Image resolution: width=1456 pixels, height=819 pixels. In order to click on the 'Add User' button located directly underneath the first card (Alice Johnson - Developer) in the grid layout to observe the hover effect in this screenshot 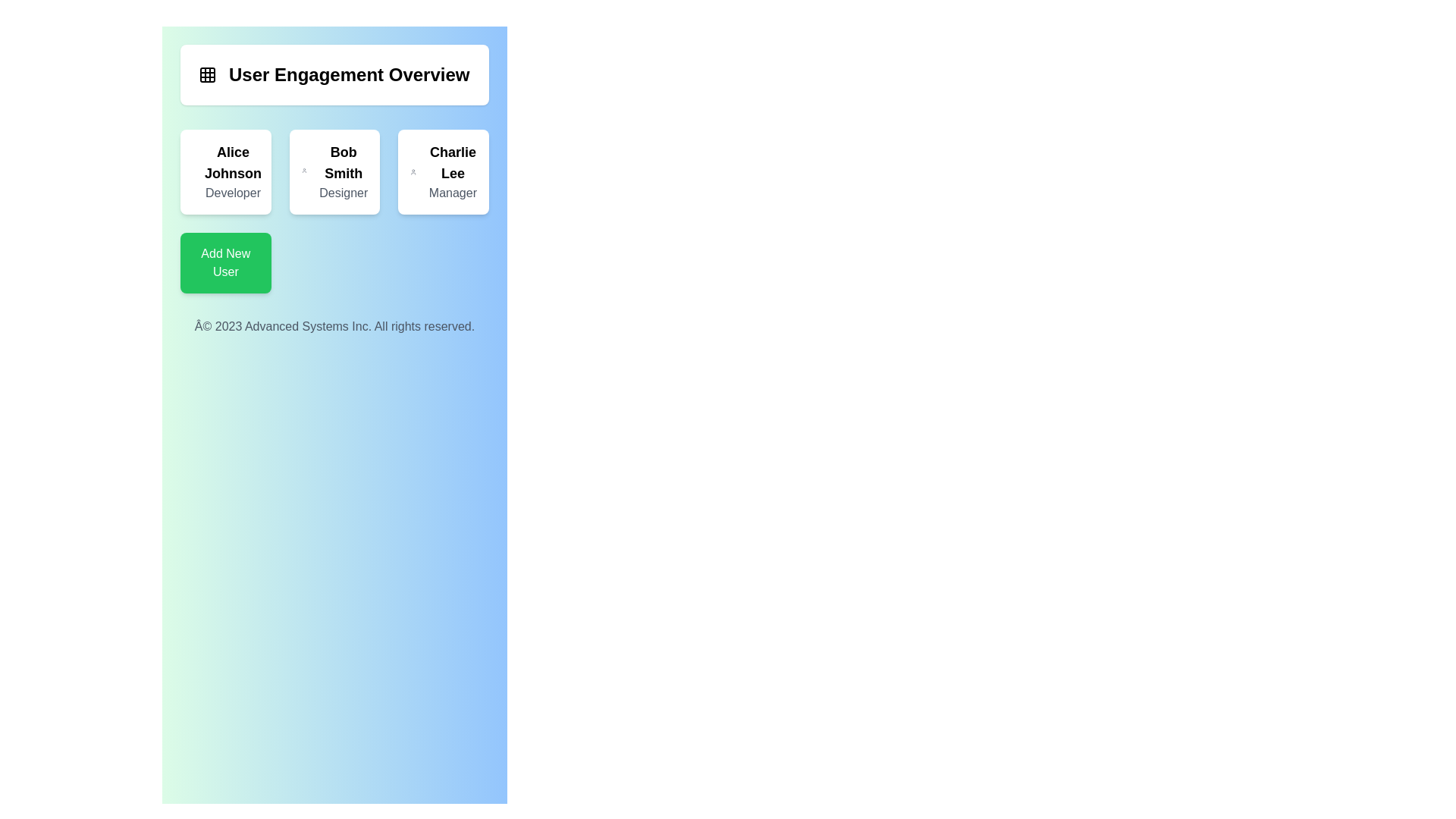, I will do `click(224, 262)`.